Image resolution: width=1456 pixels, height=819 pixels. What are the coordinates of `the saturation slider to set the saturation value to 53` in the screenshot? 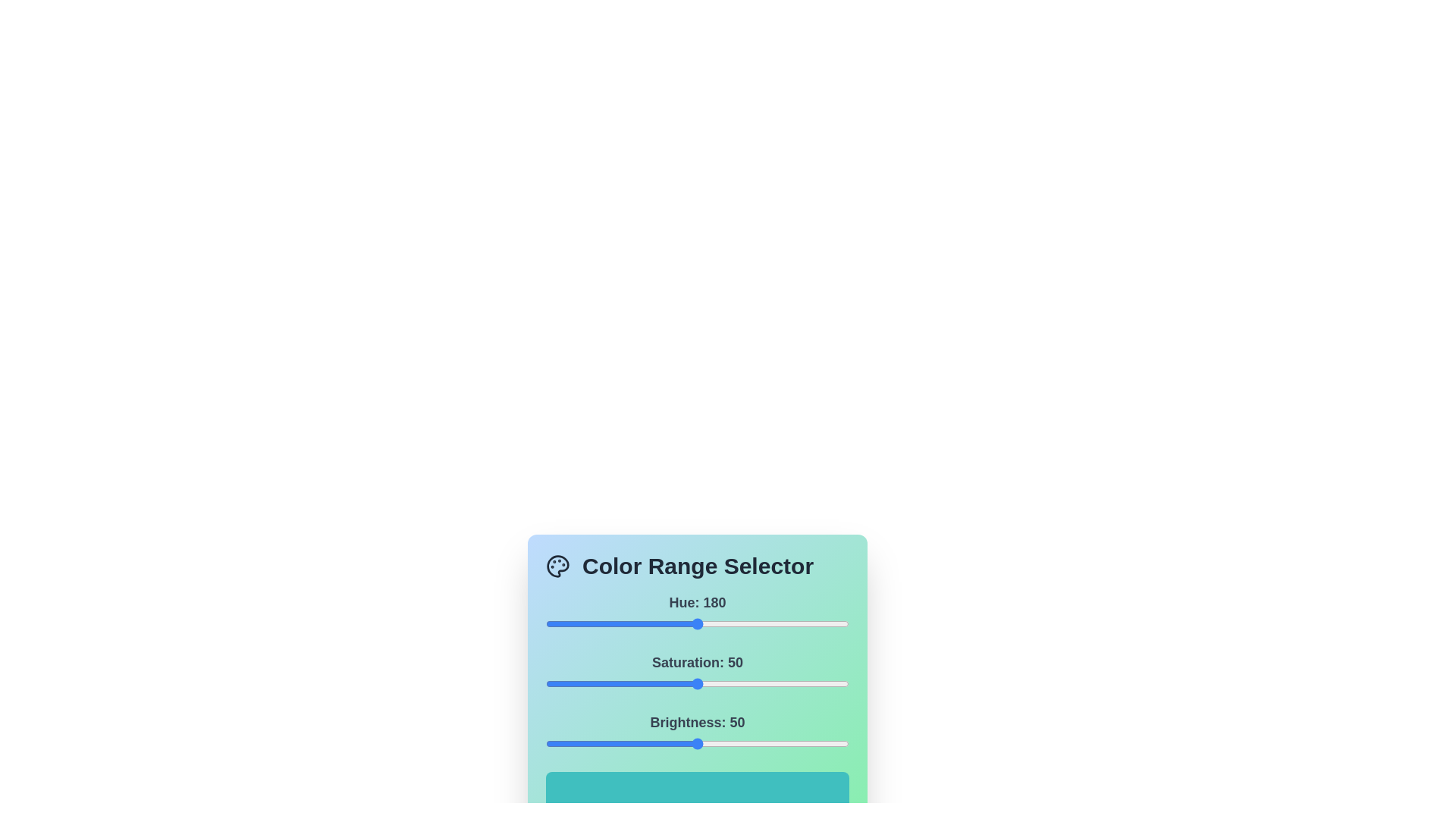 It's located at (705, 684).